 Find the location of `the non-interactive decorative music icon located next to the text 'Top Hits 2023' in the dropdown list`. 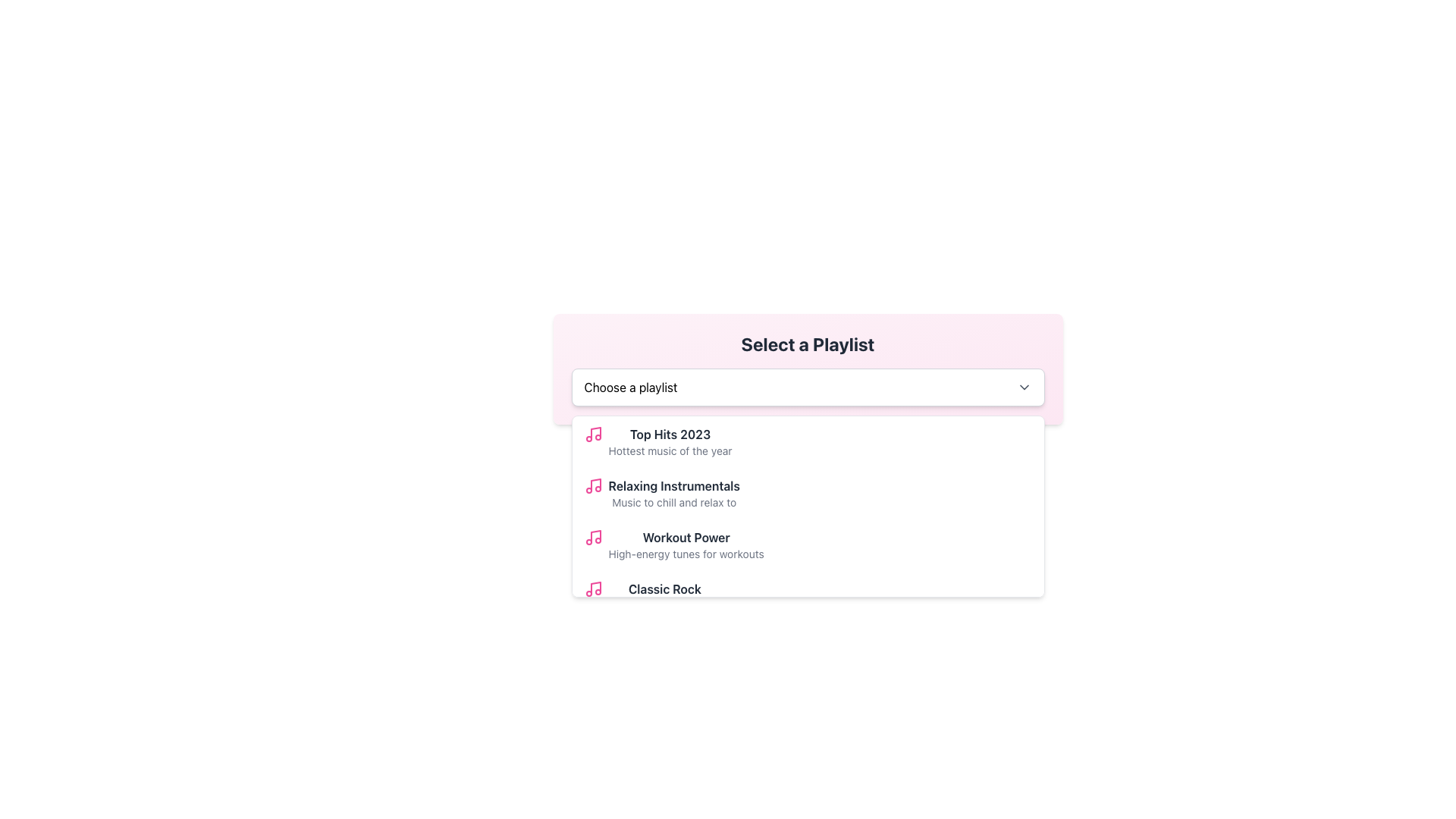

the non-interactive decorative music icon located next to the text 'Top Hits 2023' in the dropdown list is located at coordinates (595, 433).